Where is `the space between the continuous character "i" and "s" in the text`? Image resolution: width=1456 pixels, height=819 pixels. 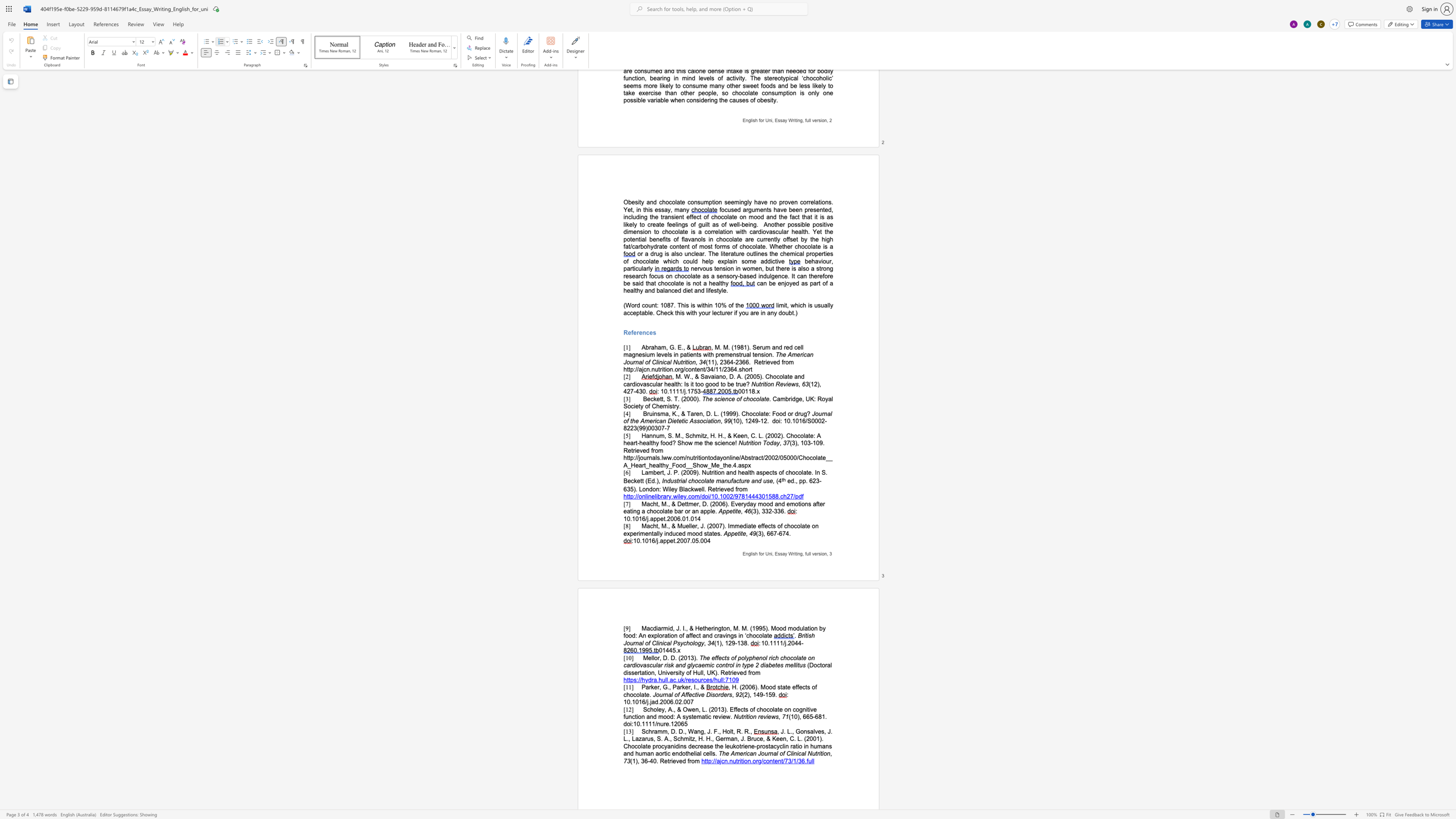
the space between the continuous character "i" and "s" in the text is located at coordinates (809, 636).